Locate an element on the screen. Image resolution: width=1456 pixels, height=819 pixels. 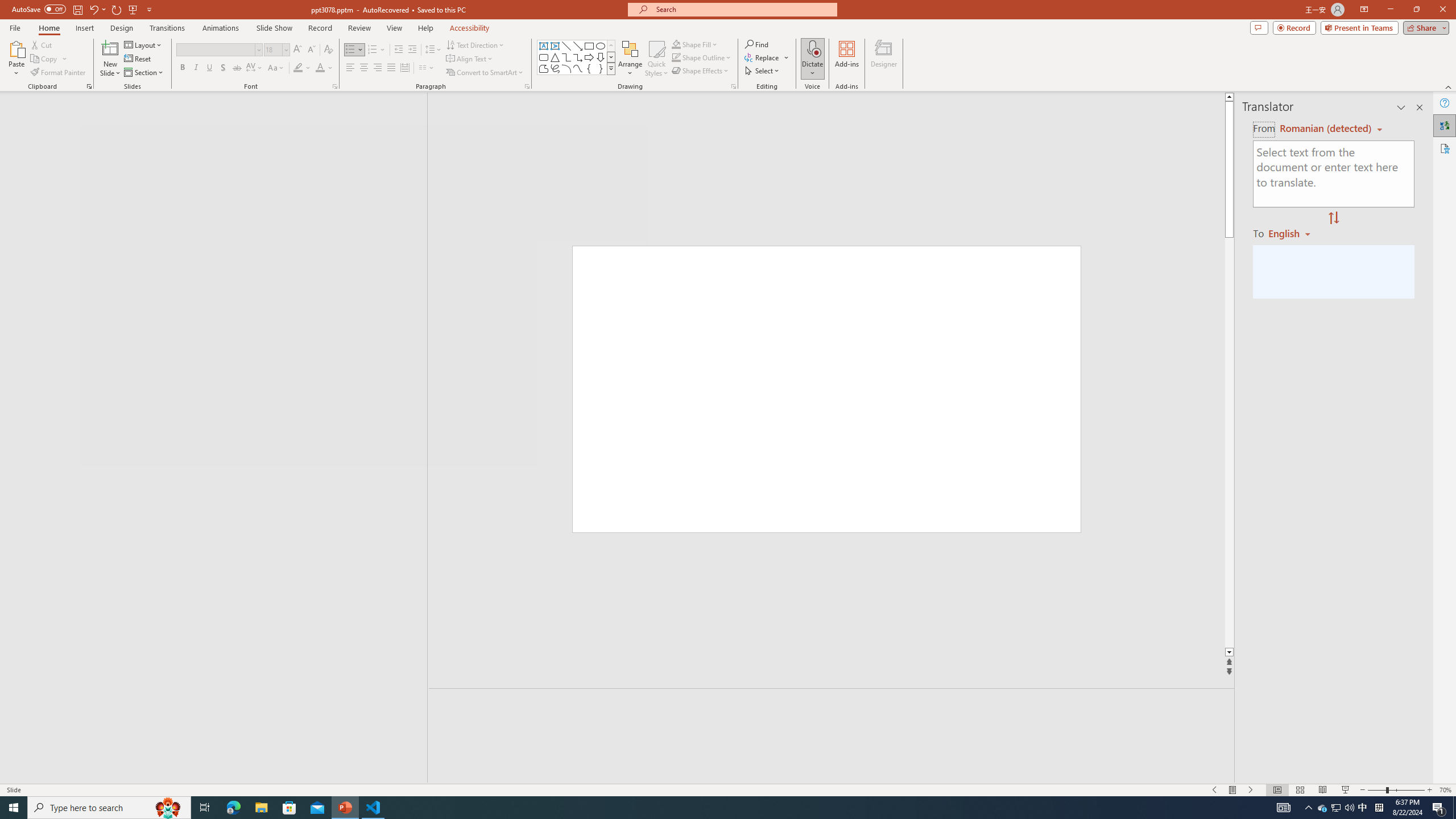
'Text Box' is located at coordinates (543, 45).